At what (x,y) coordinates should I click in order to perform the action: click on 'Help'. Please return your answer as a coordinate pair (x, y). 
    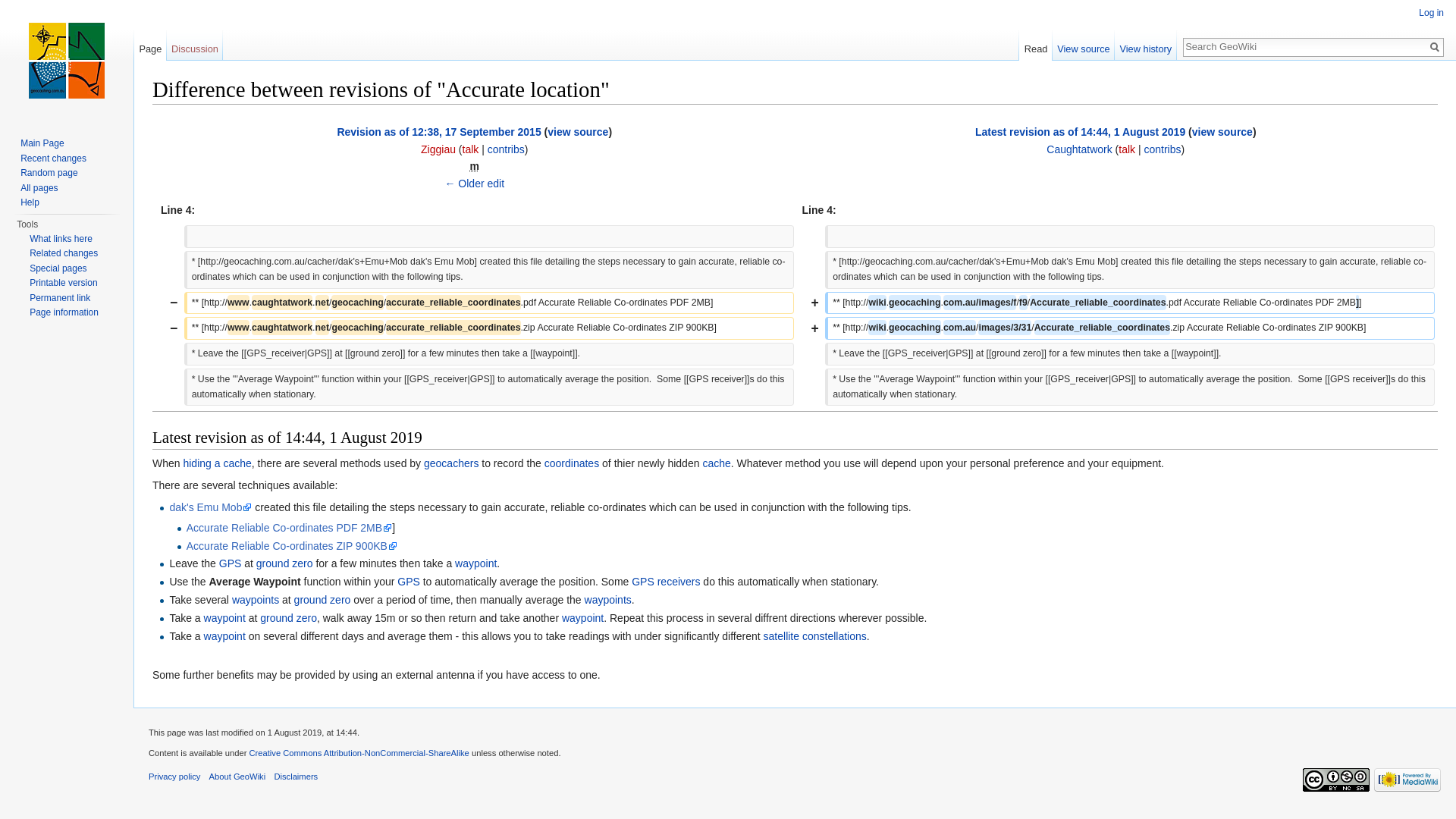
    Looking at the image, I should click on (30, 201).